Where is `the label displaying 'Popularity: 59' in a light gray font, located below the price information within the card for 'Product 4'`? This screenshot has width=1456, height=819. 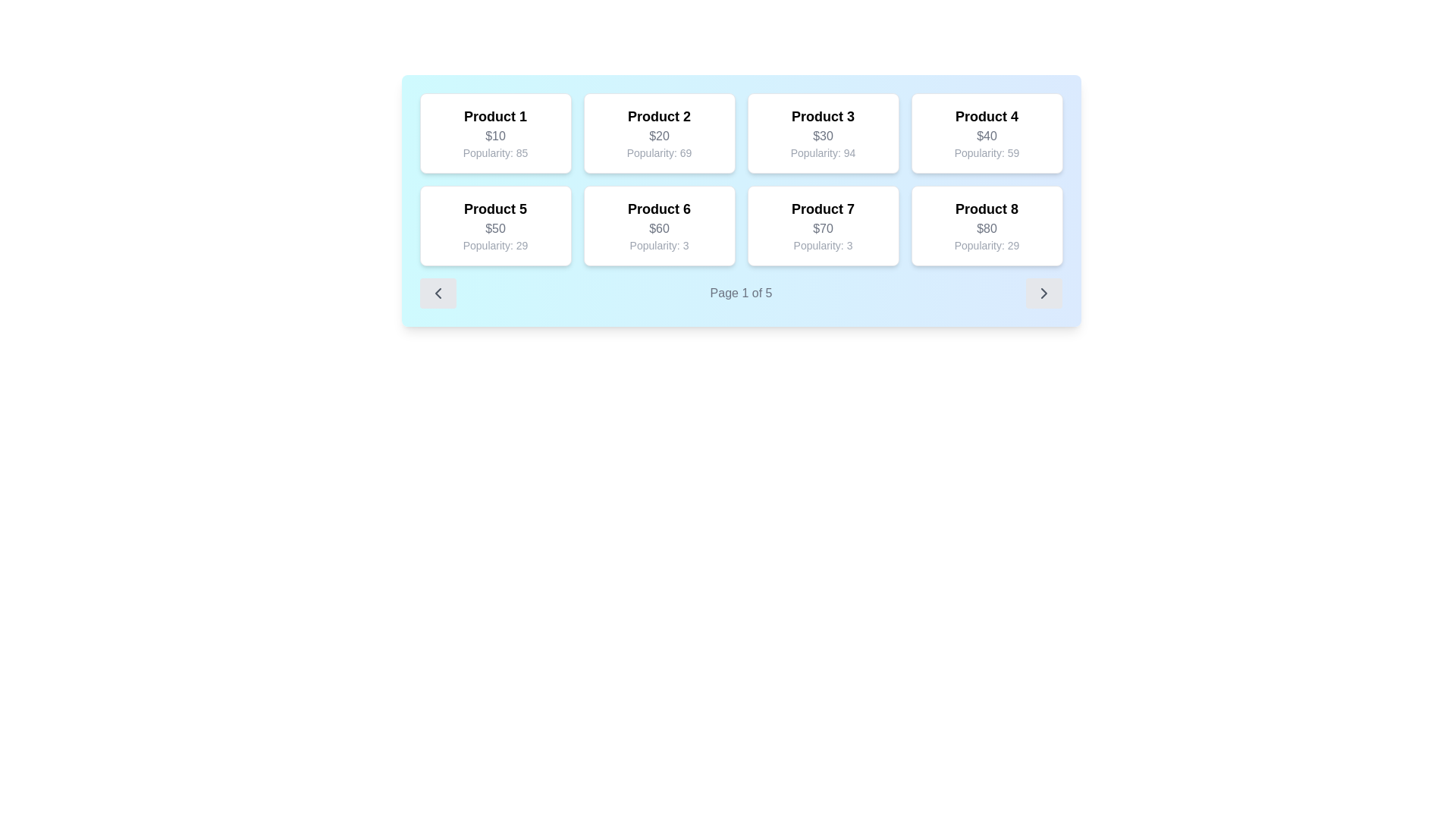 the label displaying 'Popularity: 59' in a light gray font, located below the price information within the card for 'Product 4' is located at coordinates (987, 152).